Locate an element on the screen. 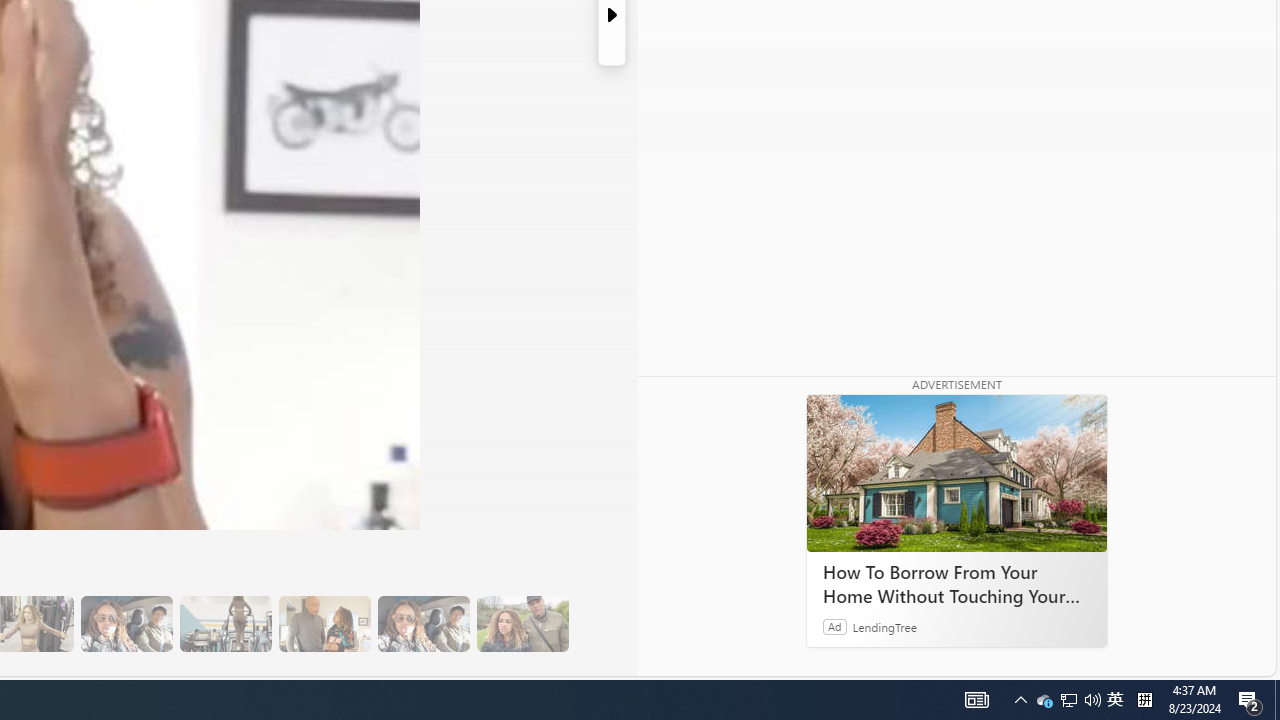 This screenshot has width=1280, height=720. 'Ad' is located at coordinates (835, 625).